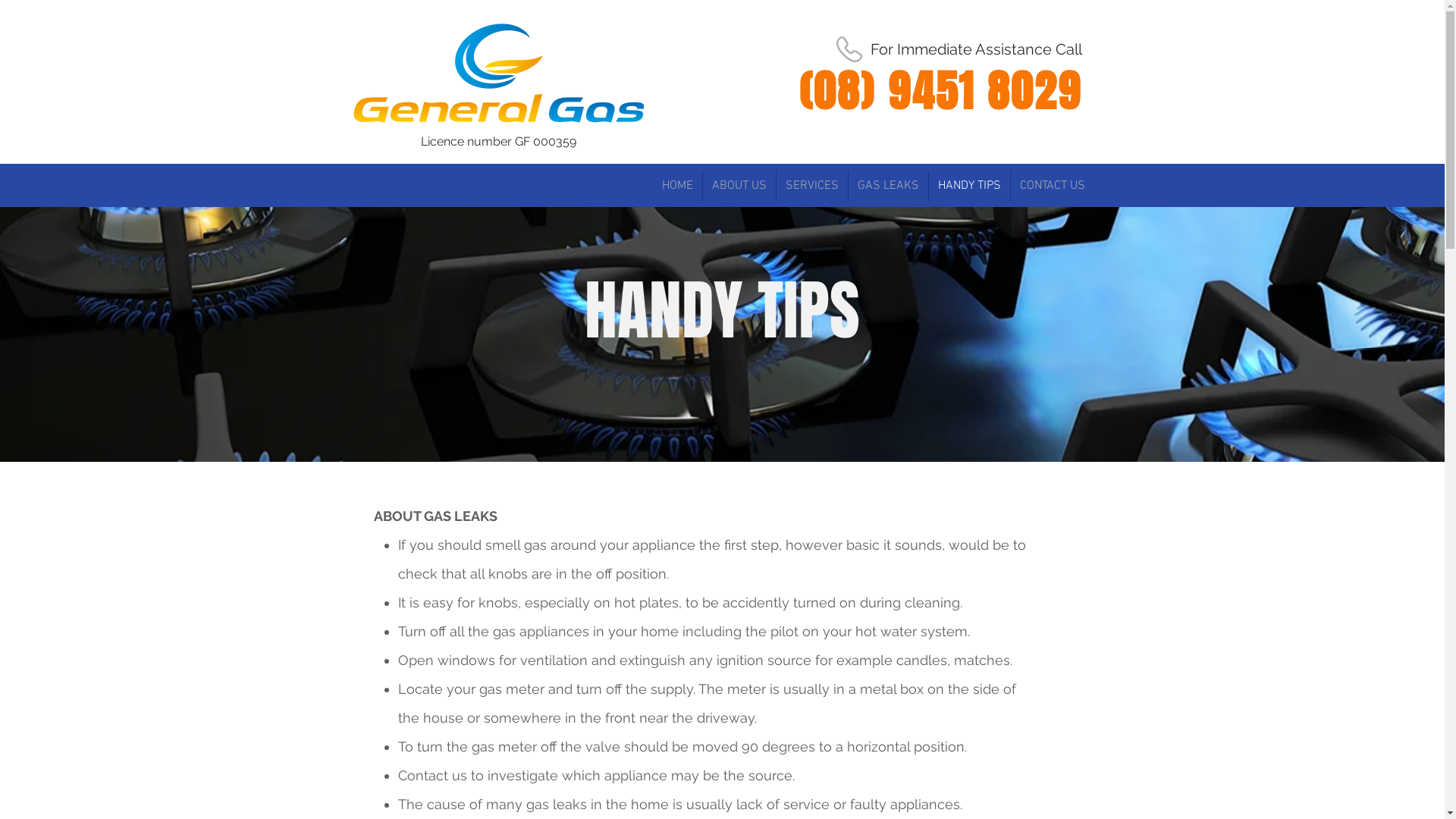  What do you see at coordinates (1051, 185) in the screenshot?
I see `'CONTACT US'` at bounding box center [1051, 185].